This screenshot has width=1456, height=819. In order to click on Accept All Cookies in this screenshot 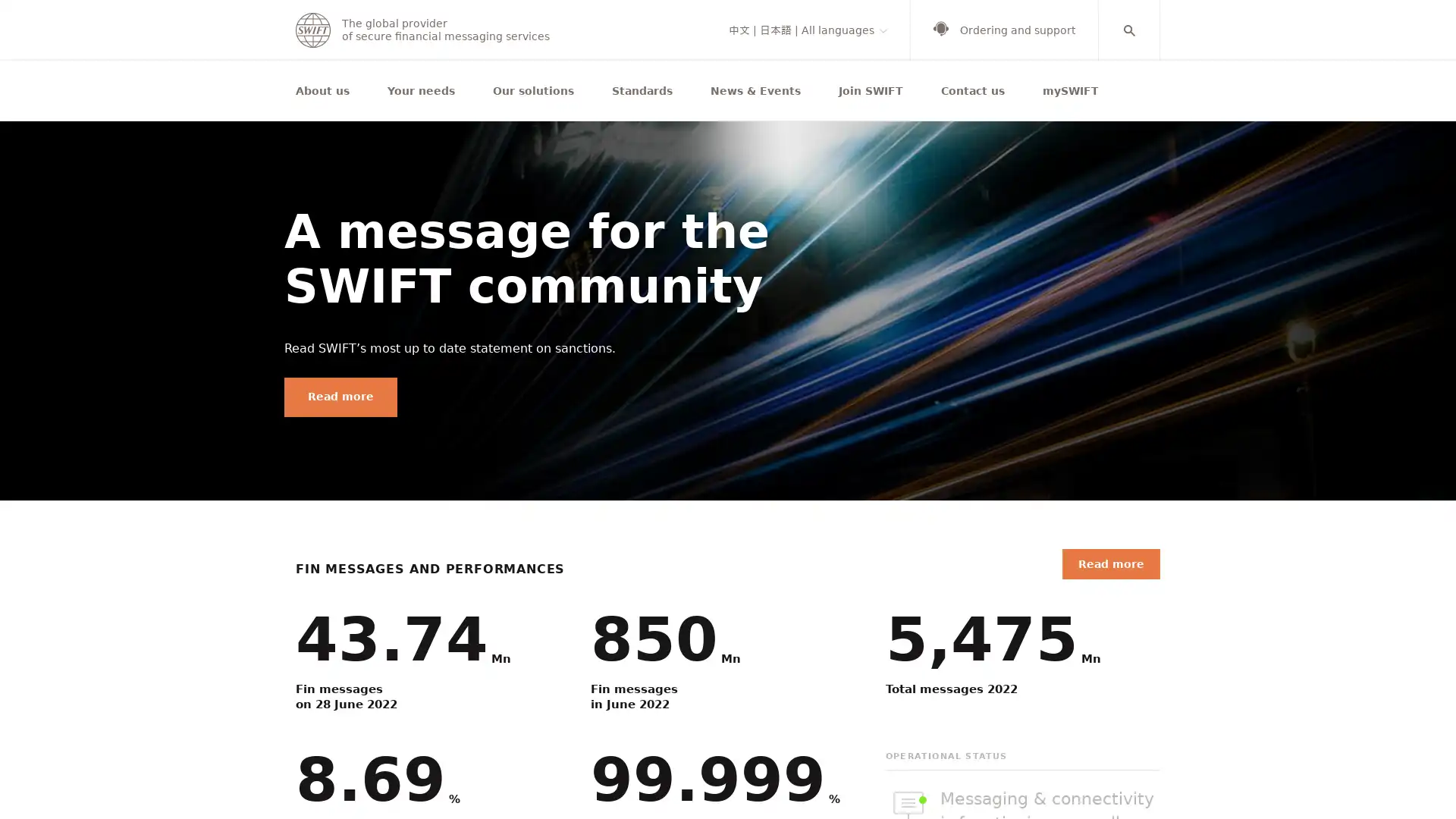, I will do `click(1232, 773)`.